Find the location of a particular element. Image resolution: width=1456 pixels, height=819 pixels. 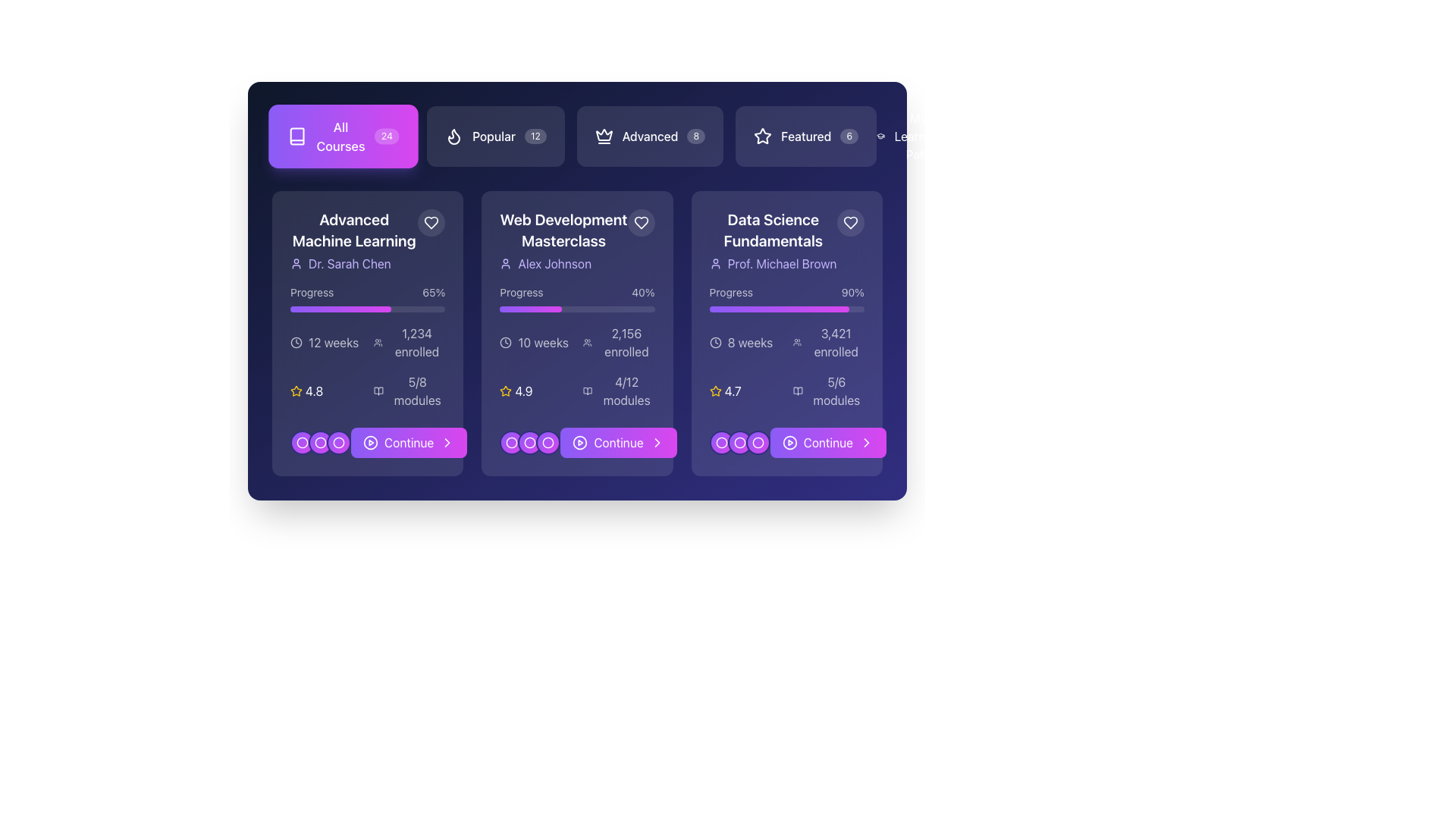

the play or continue icon located to the left of the 'Continue' text within the gradient purple button below the 'Advanced Machine Learning' course card is located at coordinates (371, 442).